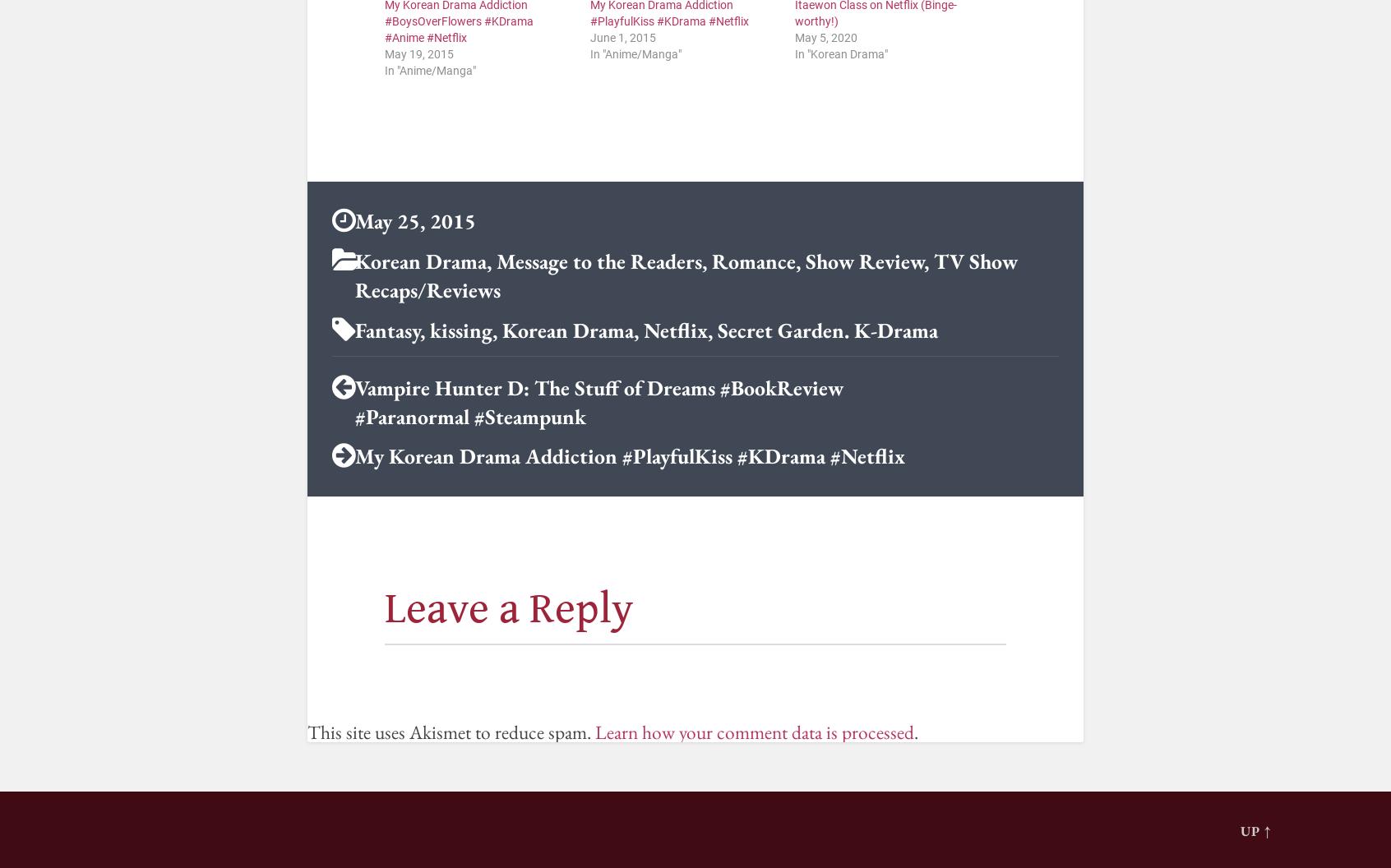  What do you see at coordinates (461, 329) in the screenshot?
I see `'kissing'` at bounding box center [461, 329].